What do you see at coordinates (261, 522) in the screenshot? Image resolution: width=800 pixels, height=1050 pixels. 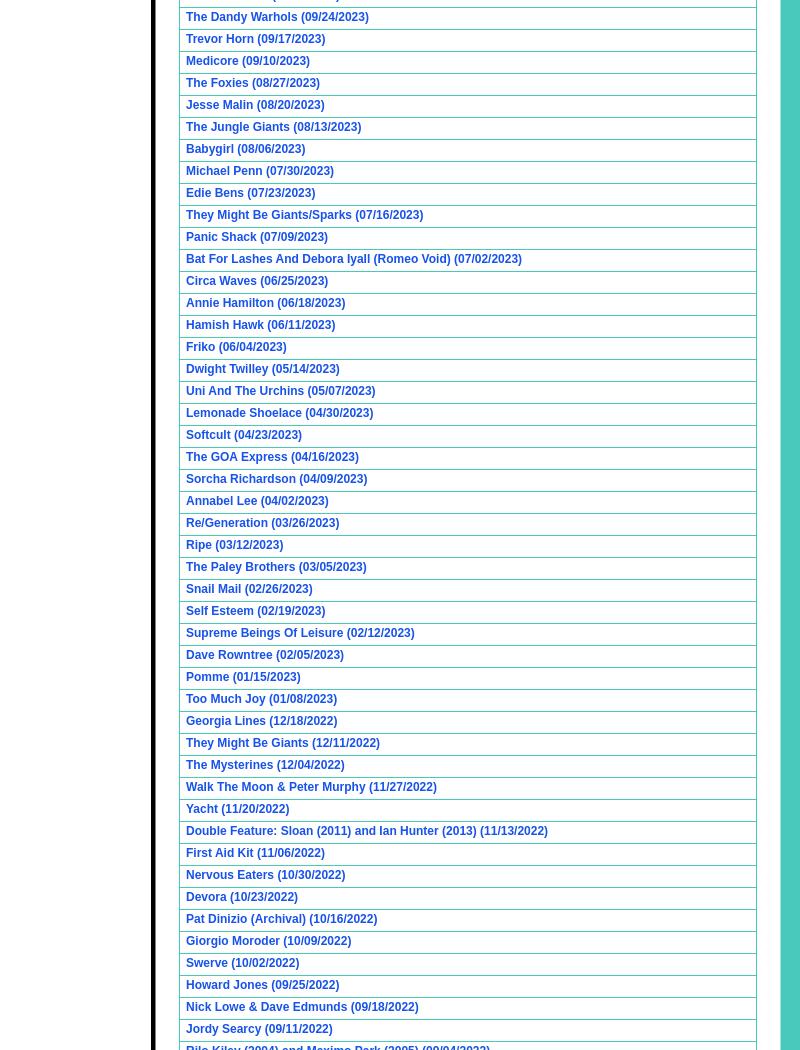 I see `'Re/Generation (03/26/2023)'` at bounding box center [261, 522].